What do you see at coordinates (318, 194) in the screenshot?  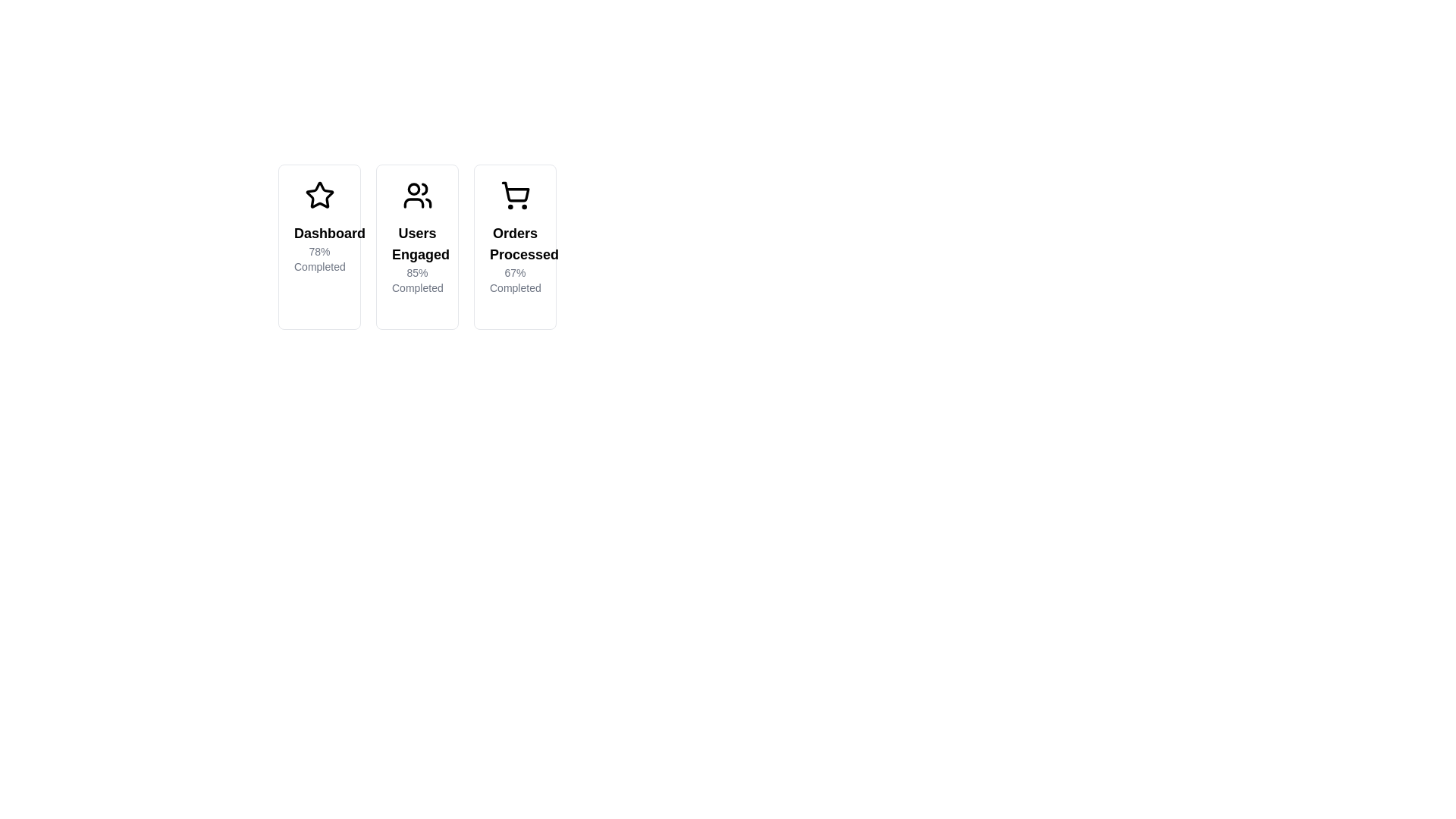 I see `the star-shaped yellow icon with a hollow center located at the top-center of the 'Dashboard' card` at bounding box center [318, 194].